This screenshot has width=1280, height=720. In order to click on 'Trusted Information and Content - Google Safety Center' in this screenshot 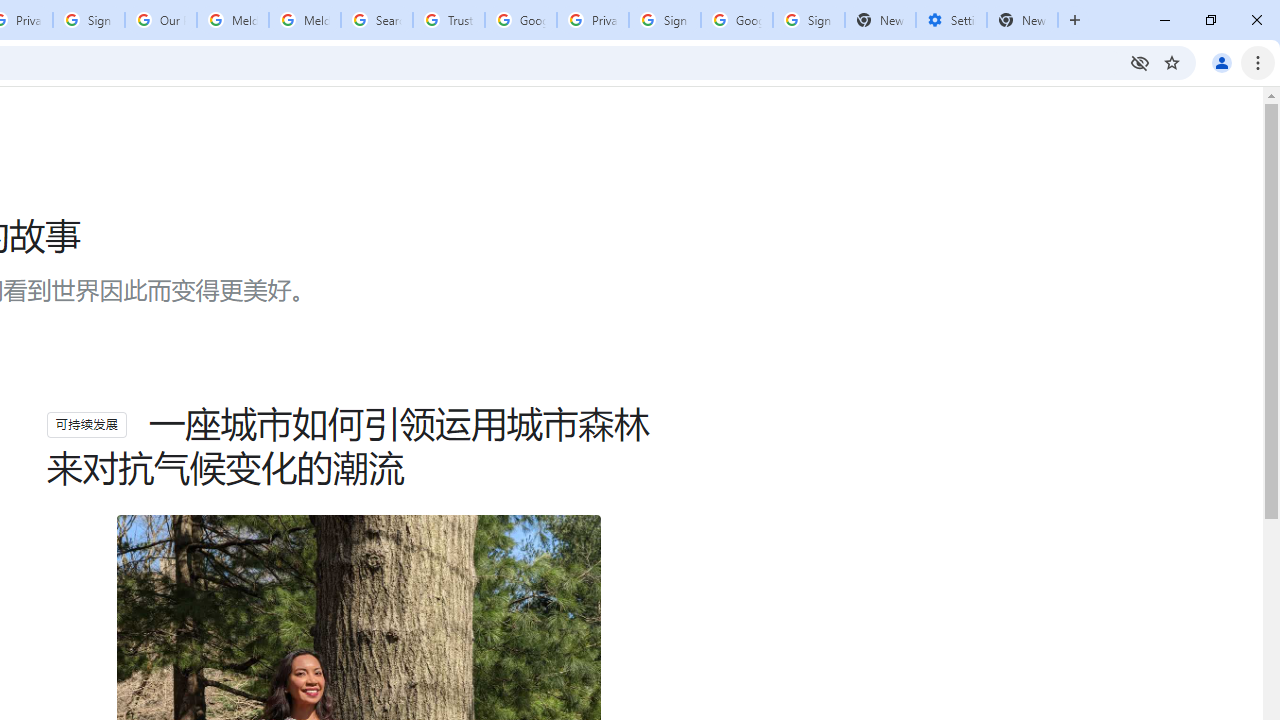, I will do `click(448, 20)`.